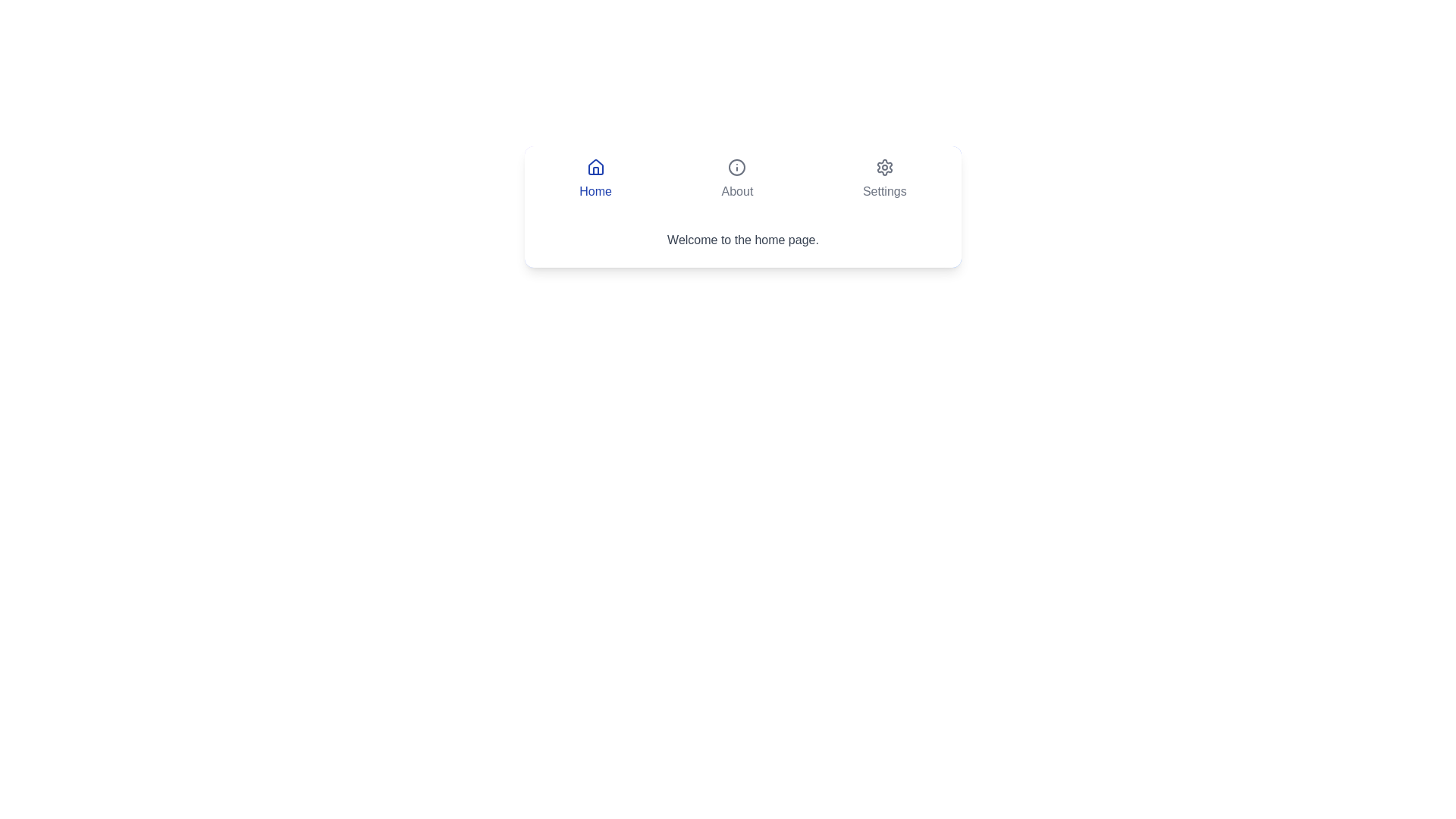 The height and width of the screenshot is (819, 1456). I want to click on the About tab by clicking its button, so click(737, 178).